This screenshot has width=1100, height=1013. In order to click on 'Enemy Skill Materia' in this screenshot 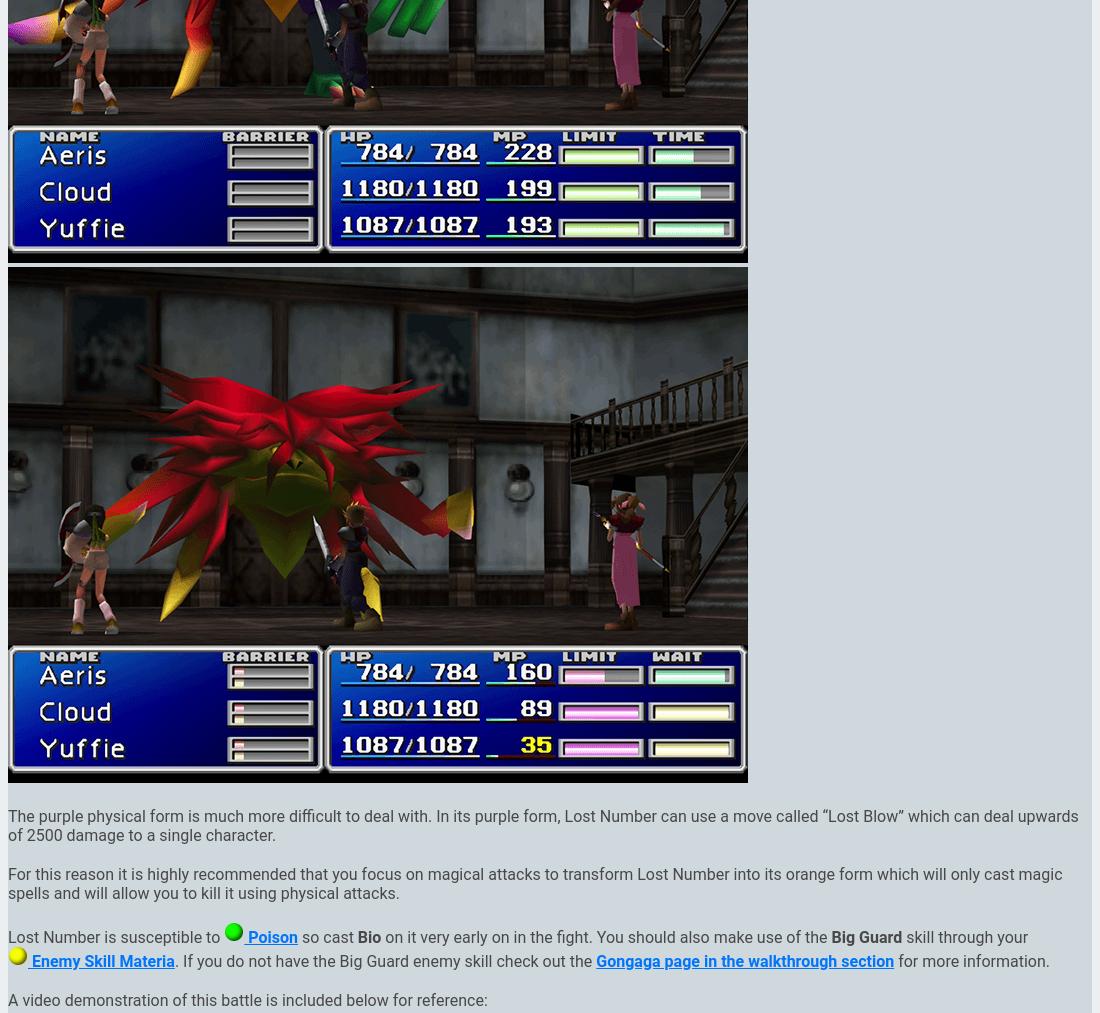, I will do `click(100, 960)`.